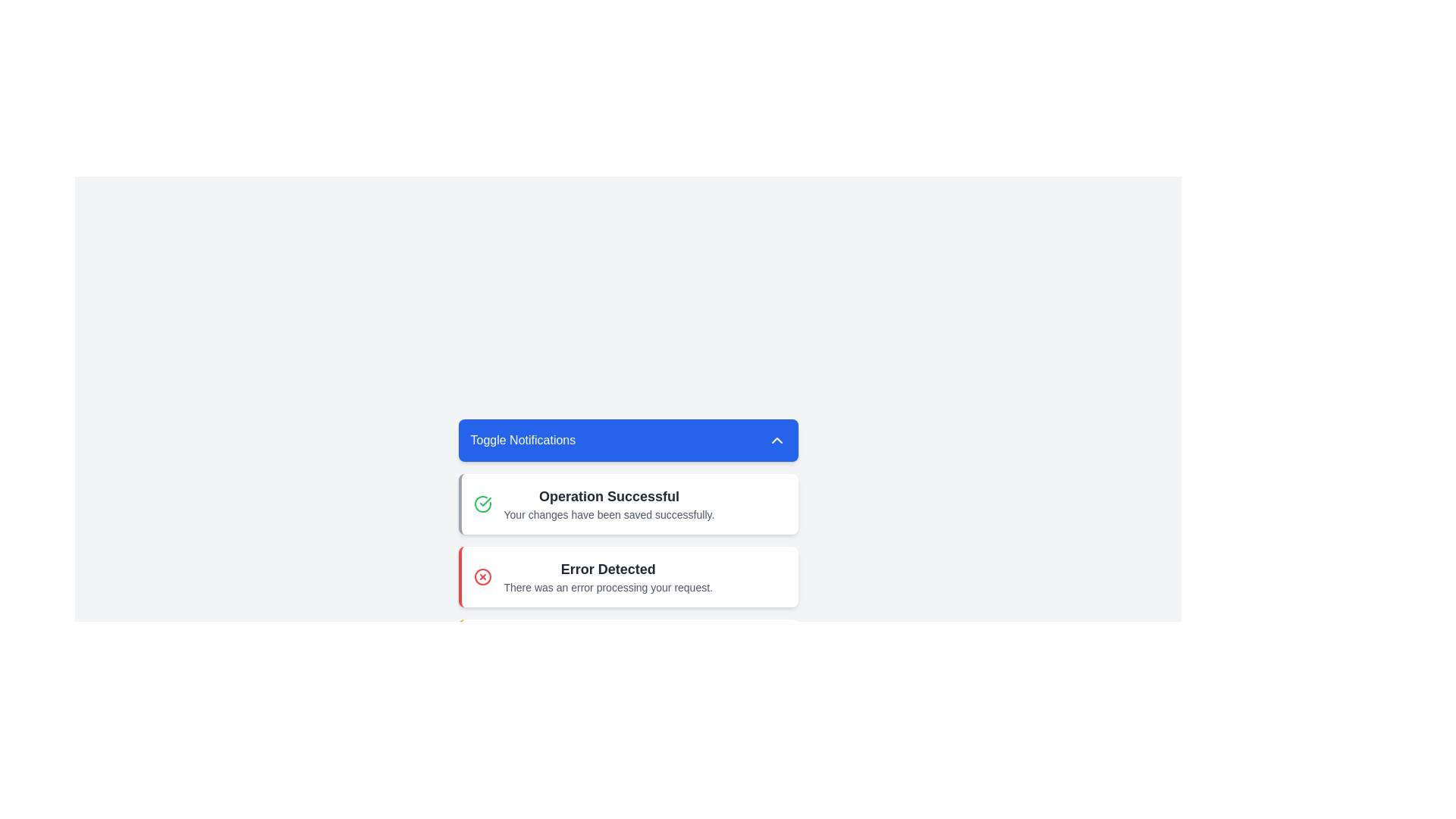  Describe the element at coordinates (628, 576) in the screenshot. I see `the 'Error Detected' notification box visually by clicking on it` at that location.